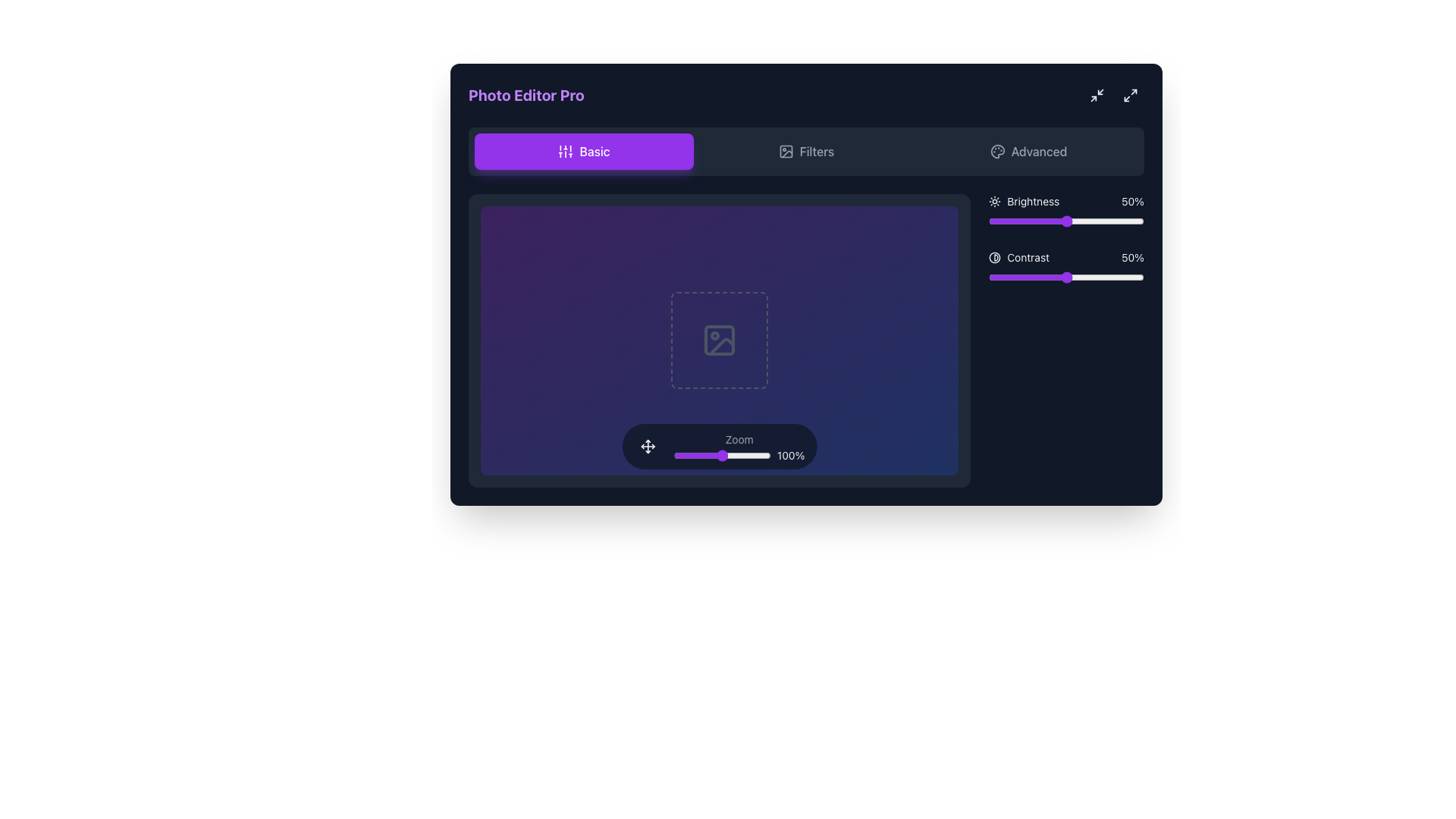  I want to click on the square button with a dark background and an icon resembling two arrows pointing inward, so click(1097, 96).